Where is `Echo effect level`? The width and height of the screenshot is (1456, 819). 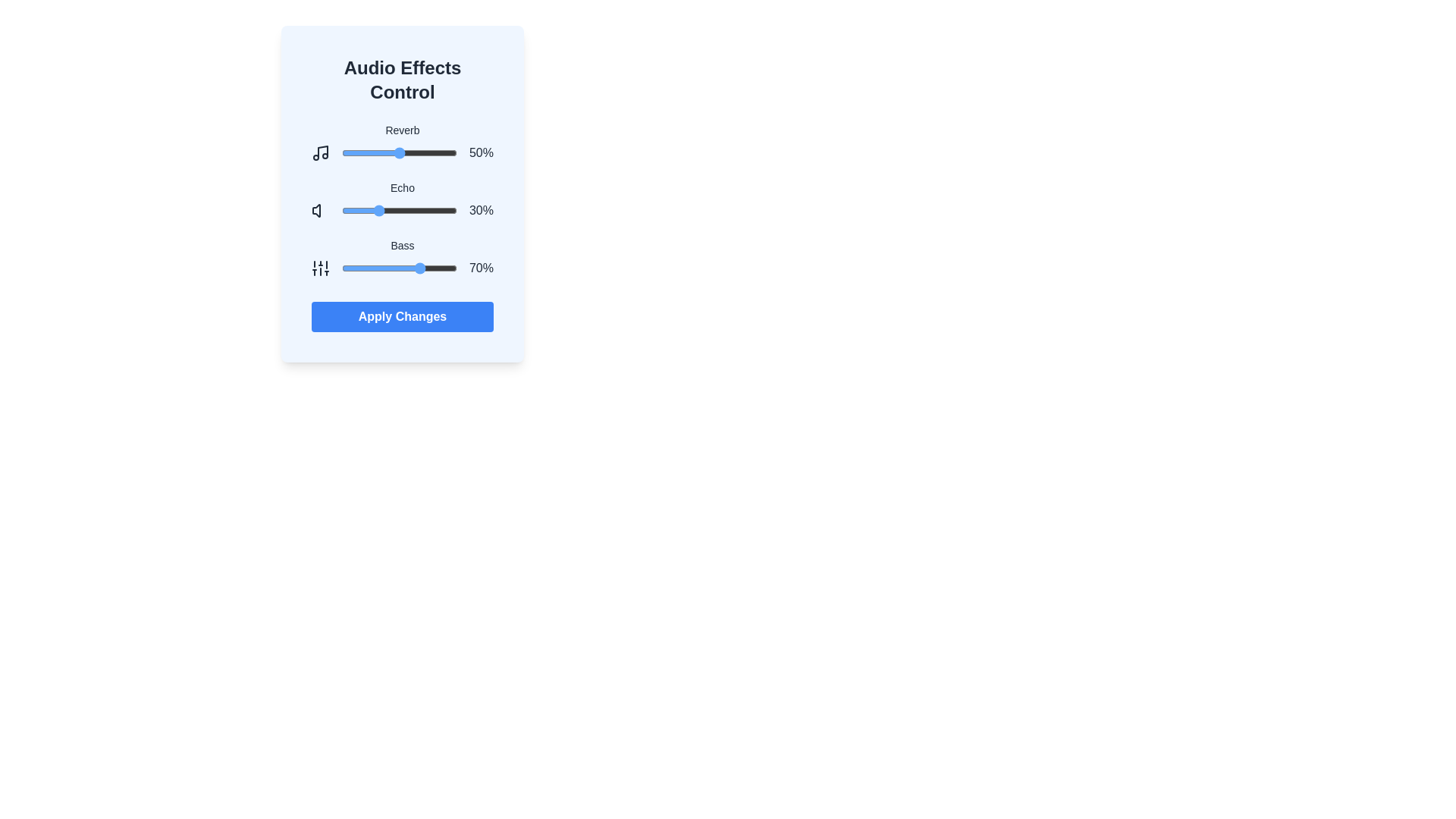 Echo effect level is located at coordinates (439, 210).